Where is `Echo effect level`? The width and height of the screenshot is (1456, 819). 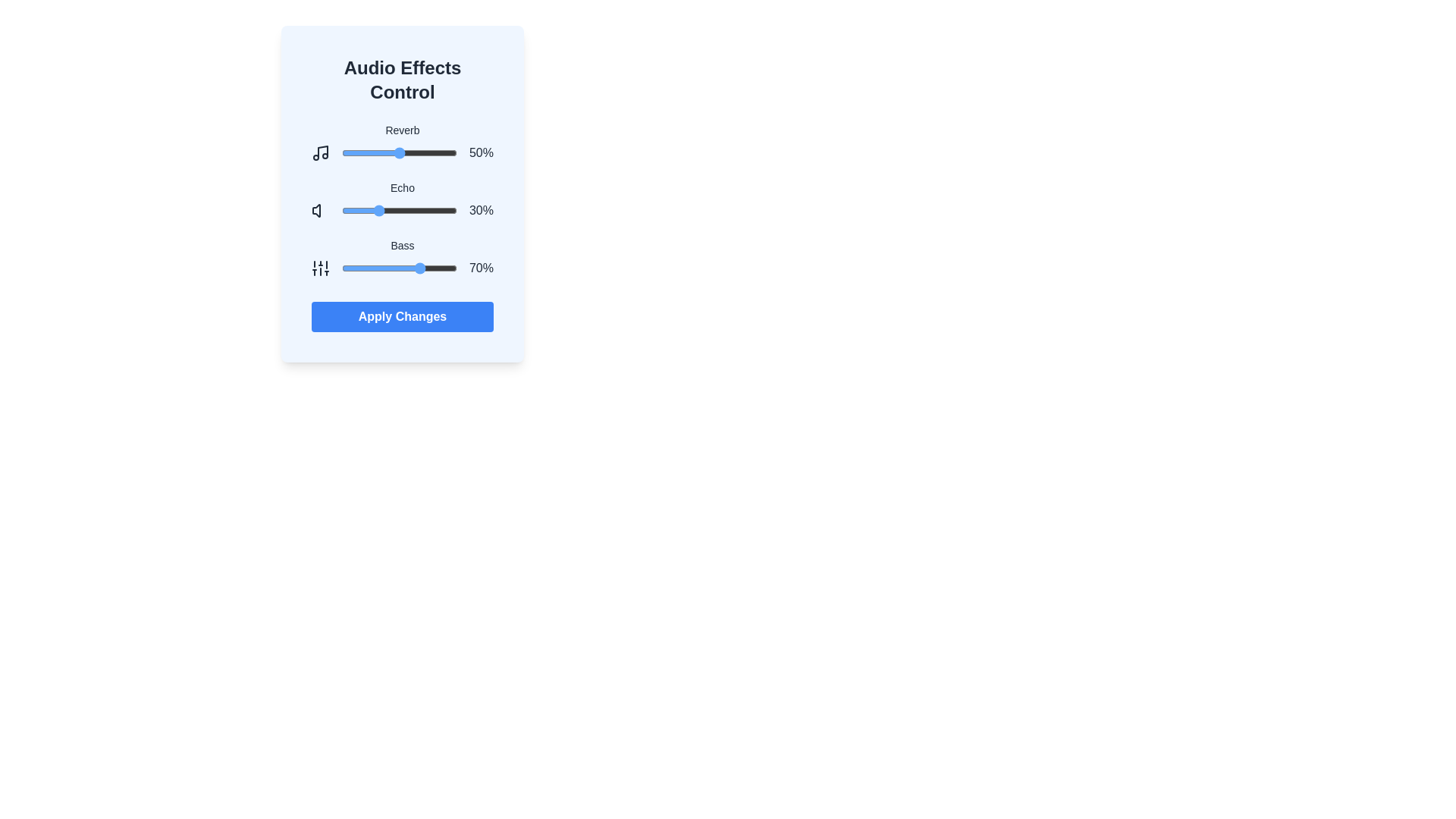 Echo effect level is located at coordinates (439, 210).